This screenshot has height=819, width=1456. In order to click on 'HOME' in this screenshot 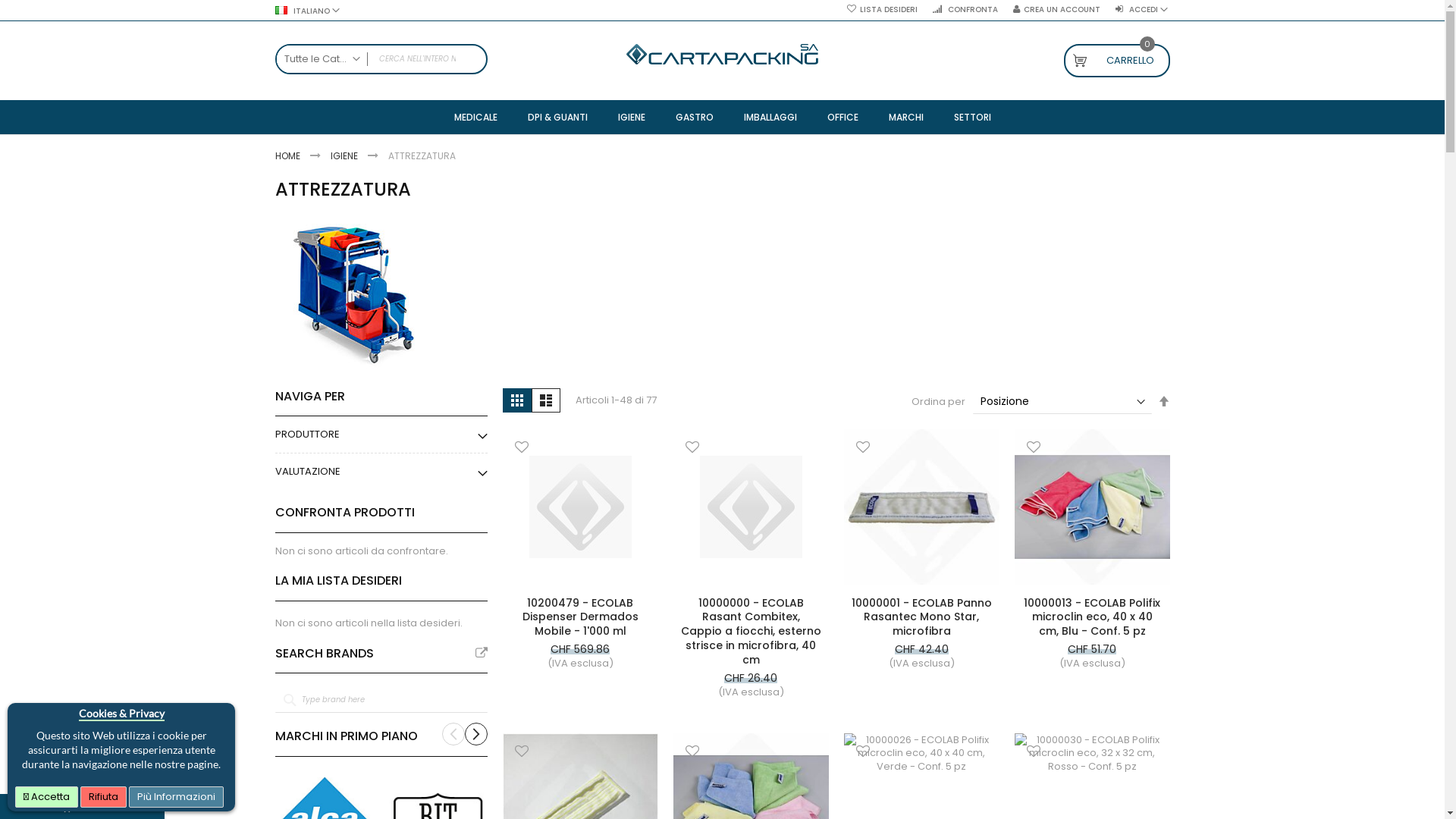, I will do `click(287, 155)`.